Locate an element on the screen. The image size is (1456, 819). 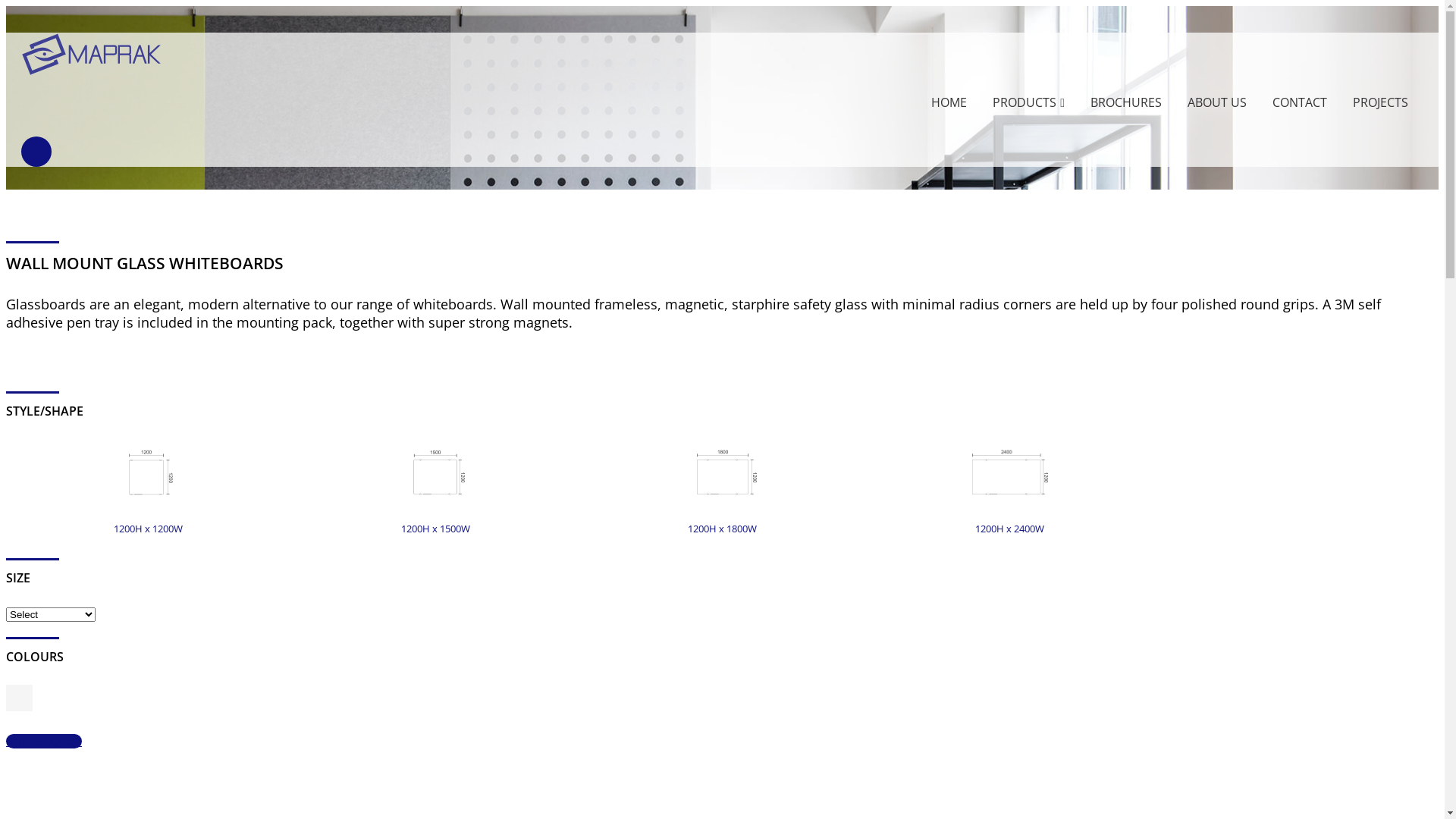
'Request Quote' is located at coordinates (43, 740).